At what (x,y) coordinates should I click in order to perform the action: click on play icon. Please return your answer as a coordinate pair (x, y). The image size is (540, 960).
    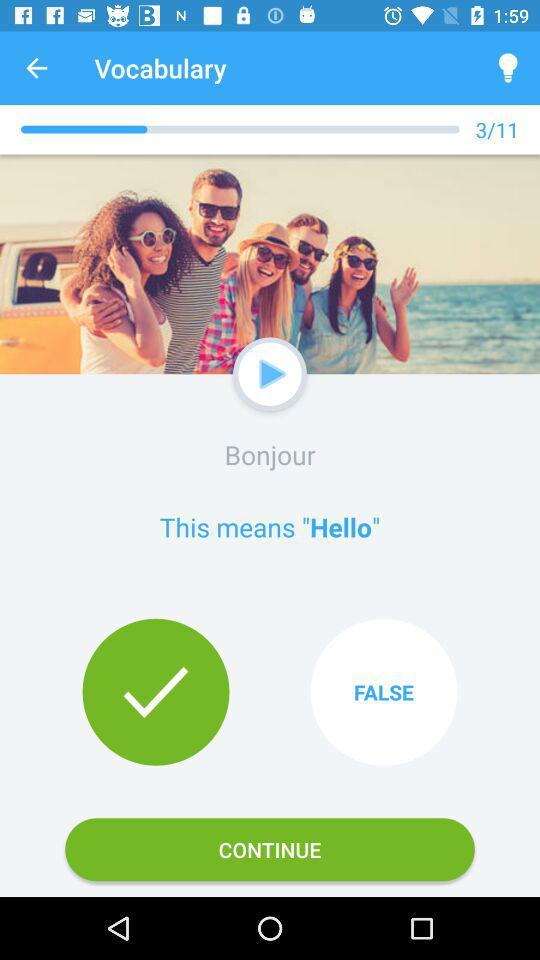
    Looking at the image, I should click on (272, 373).